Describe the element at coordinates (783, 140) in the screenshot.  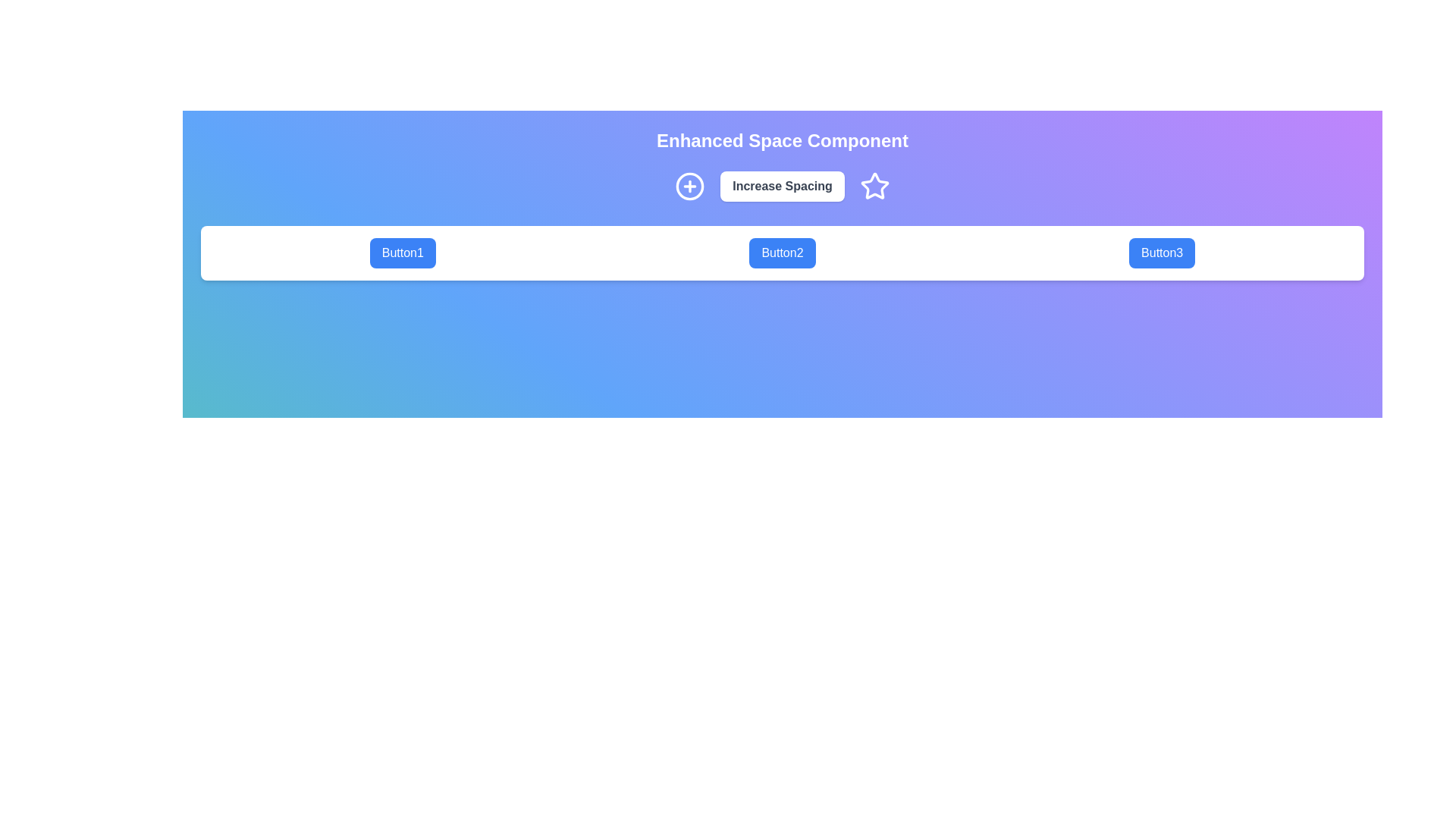
I see `the static text element that serves as a title or header for the section, located at the top of the content area above the interactive controls` at that location.